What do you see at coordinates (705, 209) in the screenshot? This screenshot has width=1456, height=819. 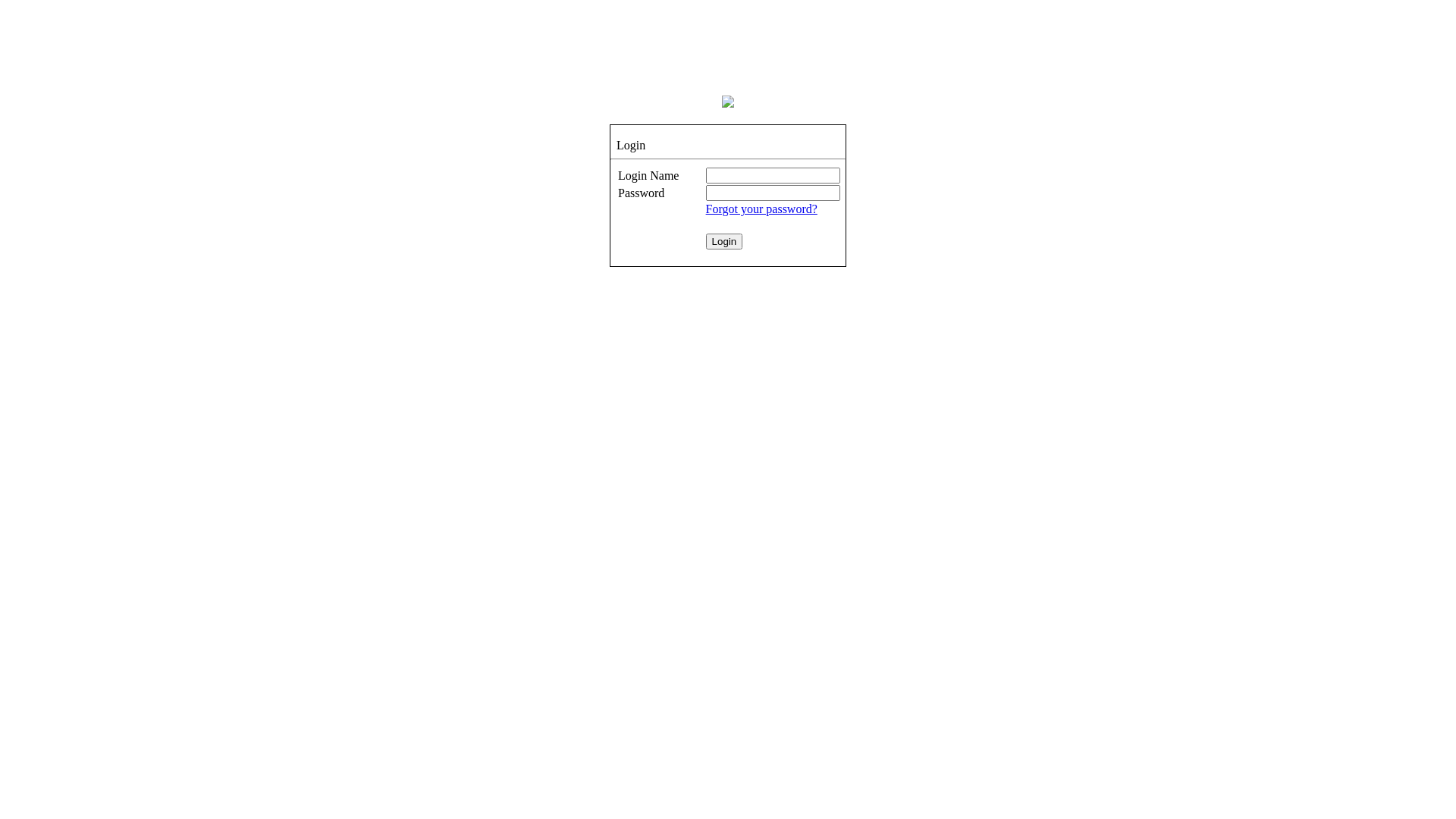 I see `'Forgot your password?'` at bounding box center [705, 209].